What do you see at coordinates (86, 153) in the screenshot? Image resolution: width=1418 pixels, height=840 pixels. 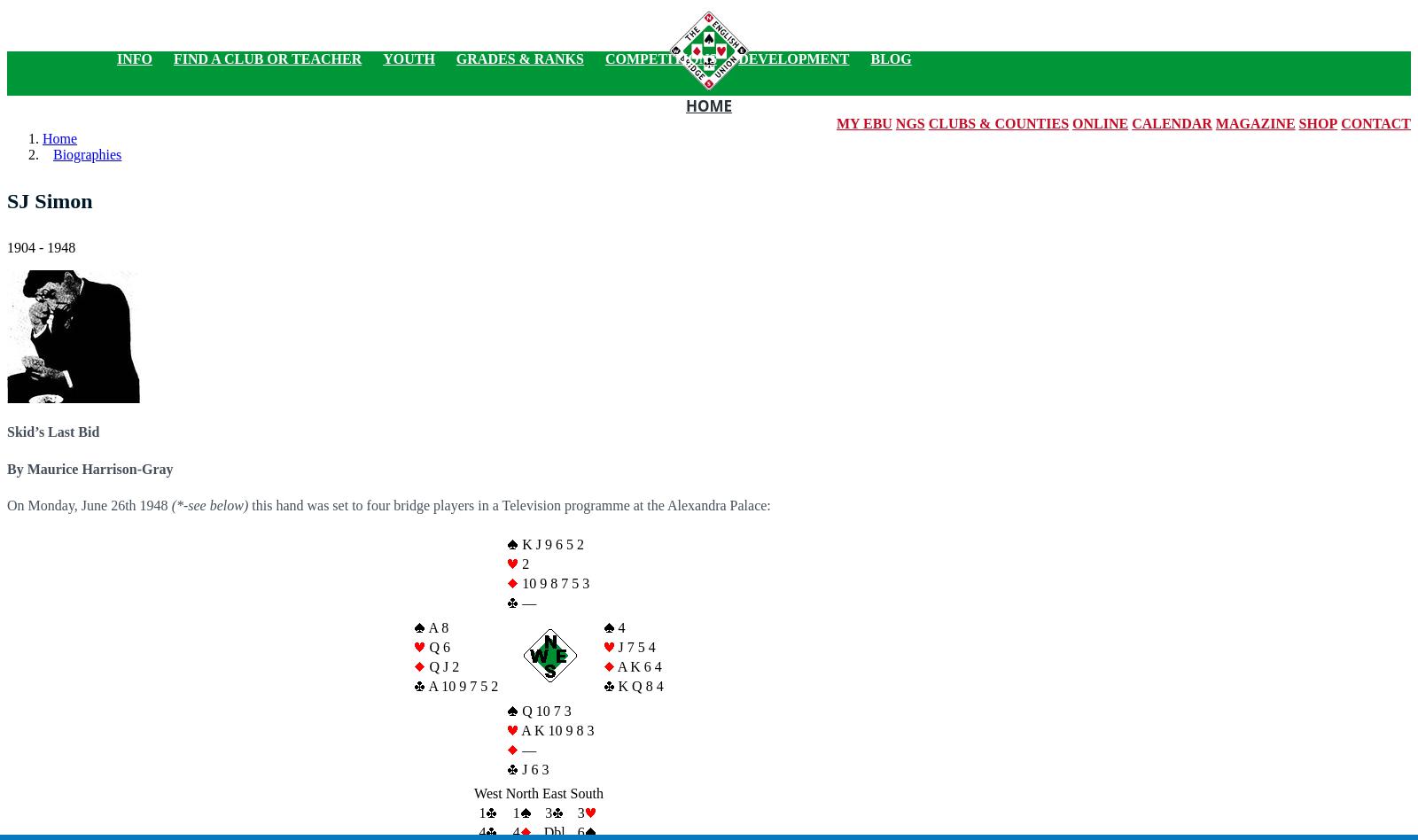 I see `'Biographies'` at bounding box center [86, 153].